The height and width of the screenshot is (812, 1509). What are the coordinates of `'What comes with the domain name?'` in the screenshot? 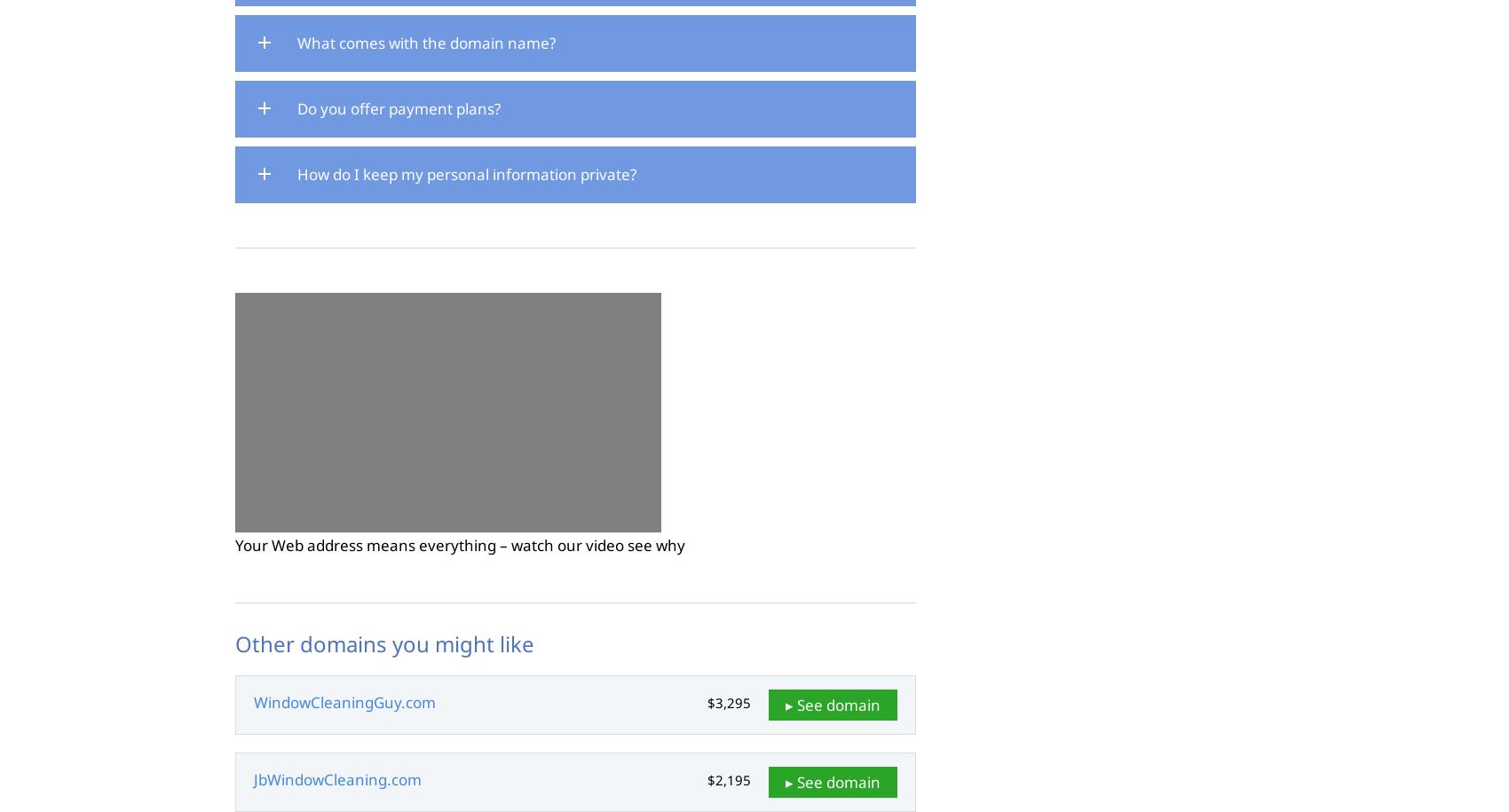 It's located at (426, 43).